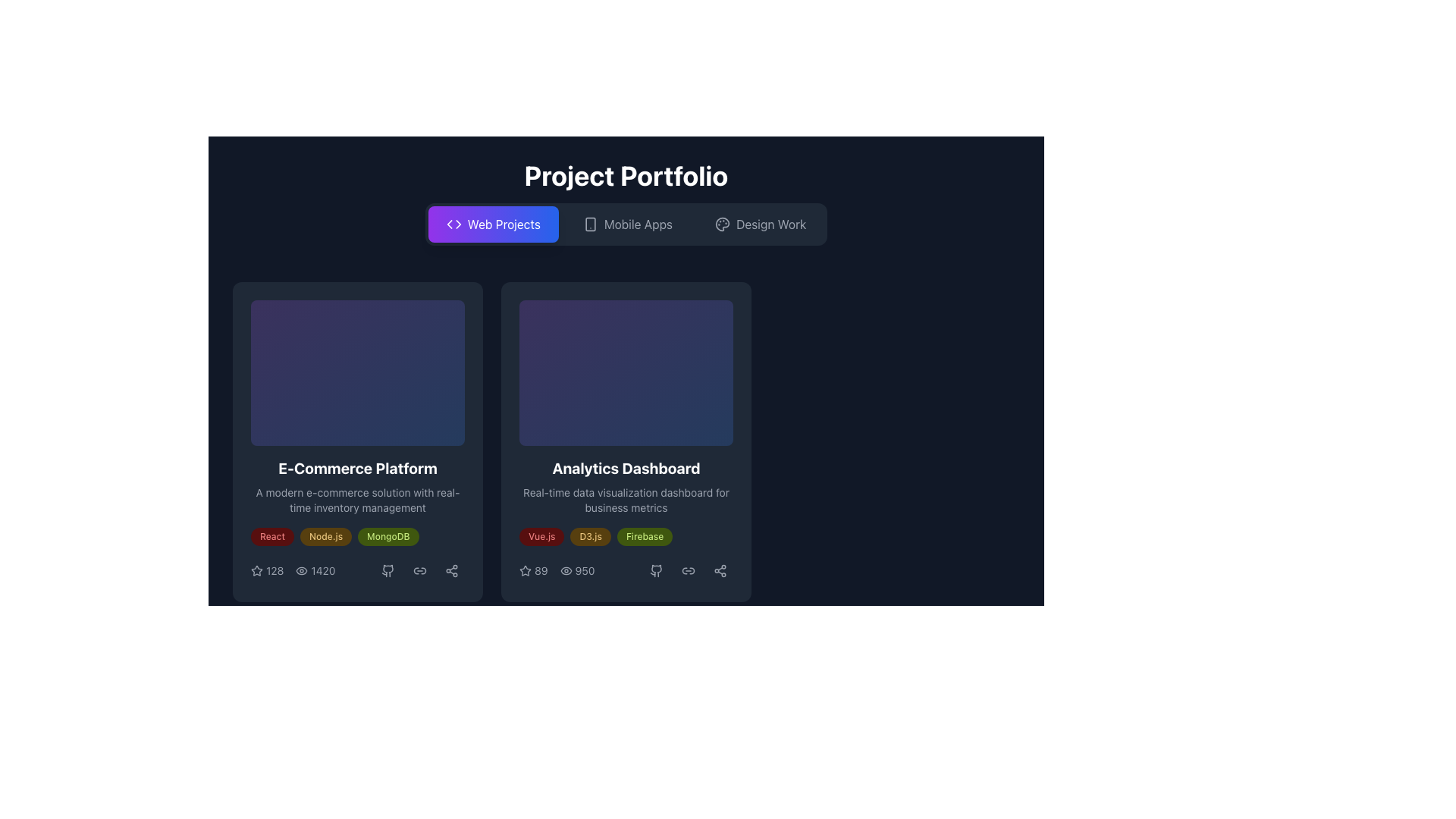 This screenshot has height=819, width=1456. Describe the element at coordinates (565, 570) in the screenshot. I see `the eye icon located in the analytics dashboard card, positioned to the left of the numeric display '950'` at that location.